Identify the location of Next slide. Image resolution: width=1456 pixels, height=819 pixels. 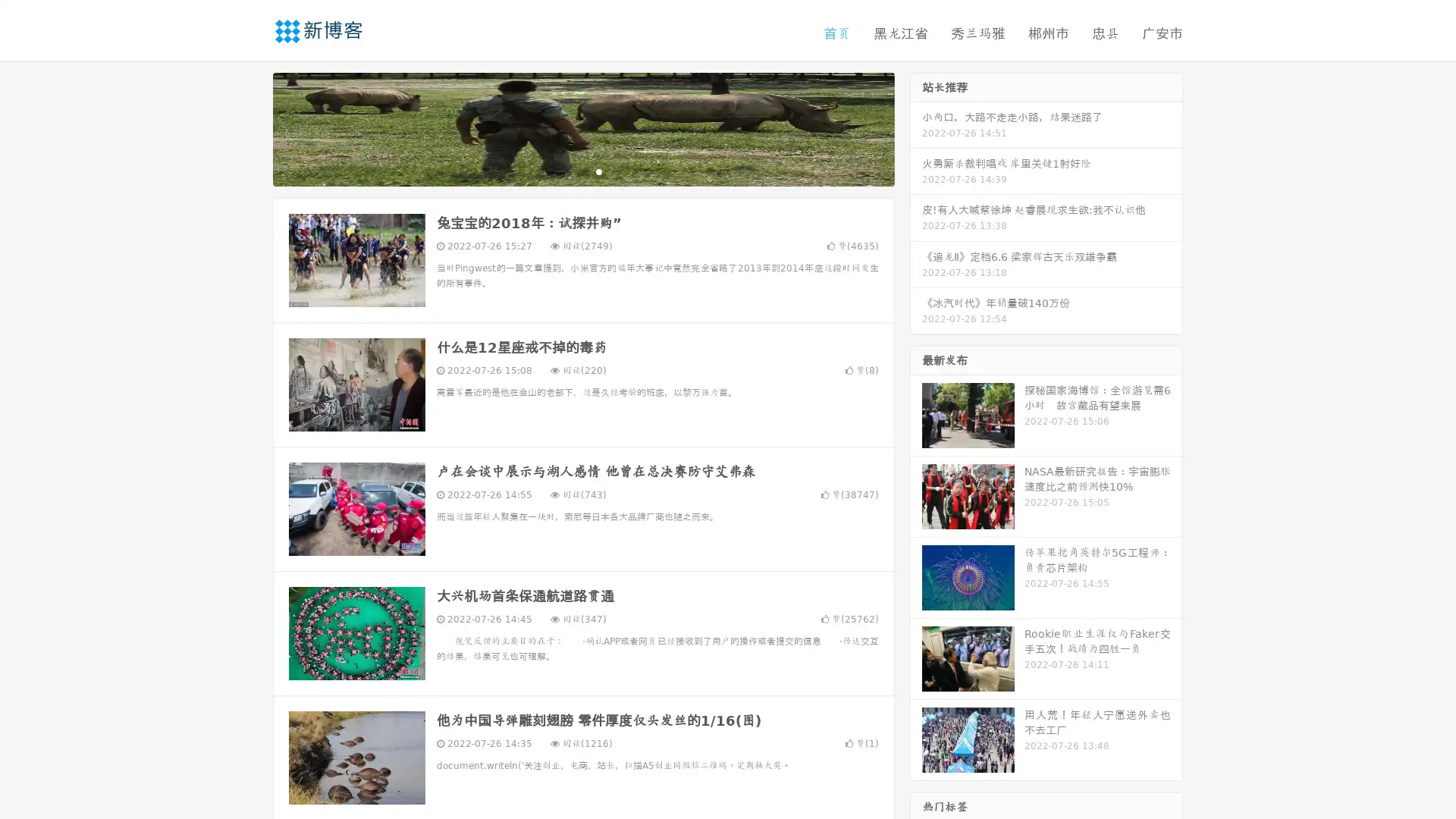
(916, 127).